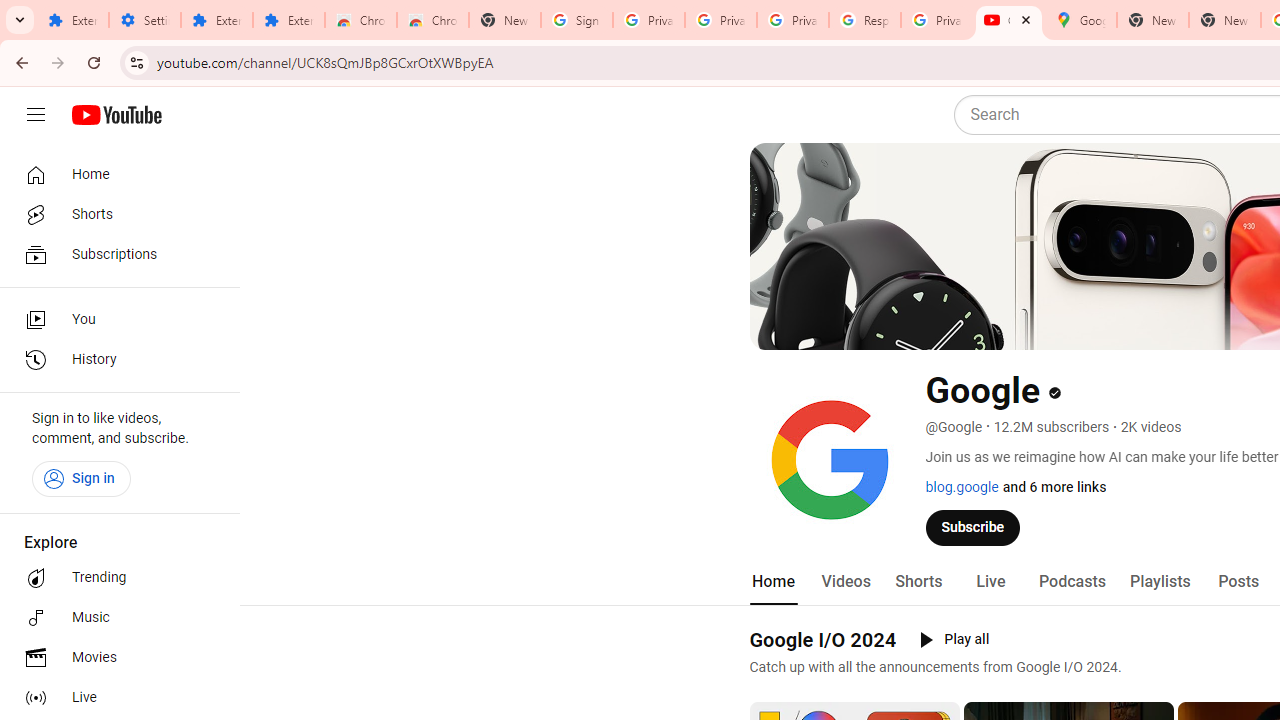  What do you see at coordinates (135, 61) in the screenshot?
I see `'View site information'` at bounding box center [135, 61].